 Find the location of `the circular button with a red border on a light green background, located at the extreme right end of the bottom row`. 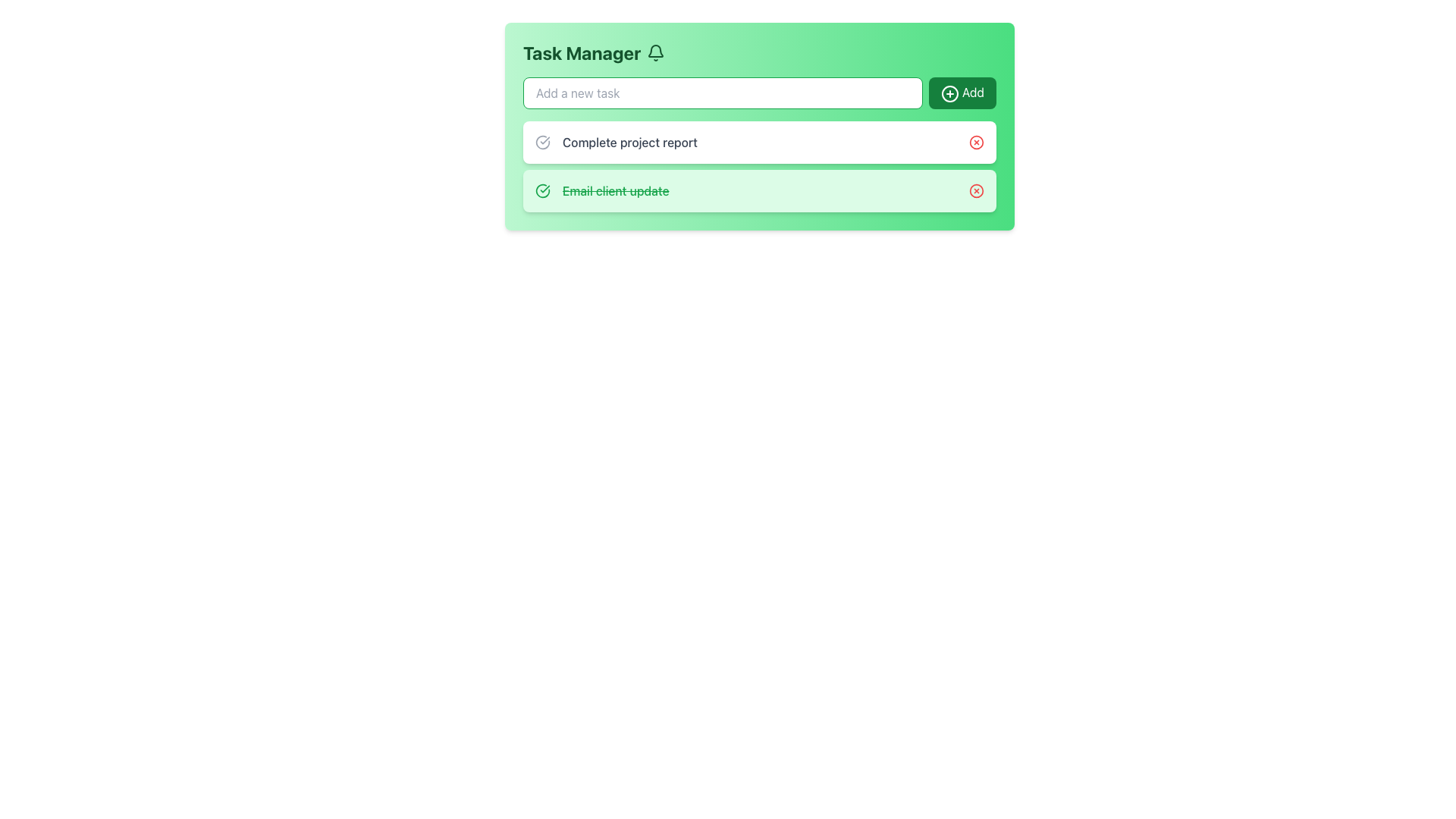

the circular button with a red border on a light green background, located at the extreme right end of the bottom row is located at coordinates (976, 190).